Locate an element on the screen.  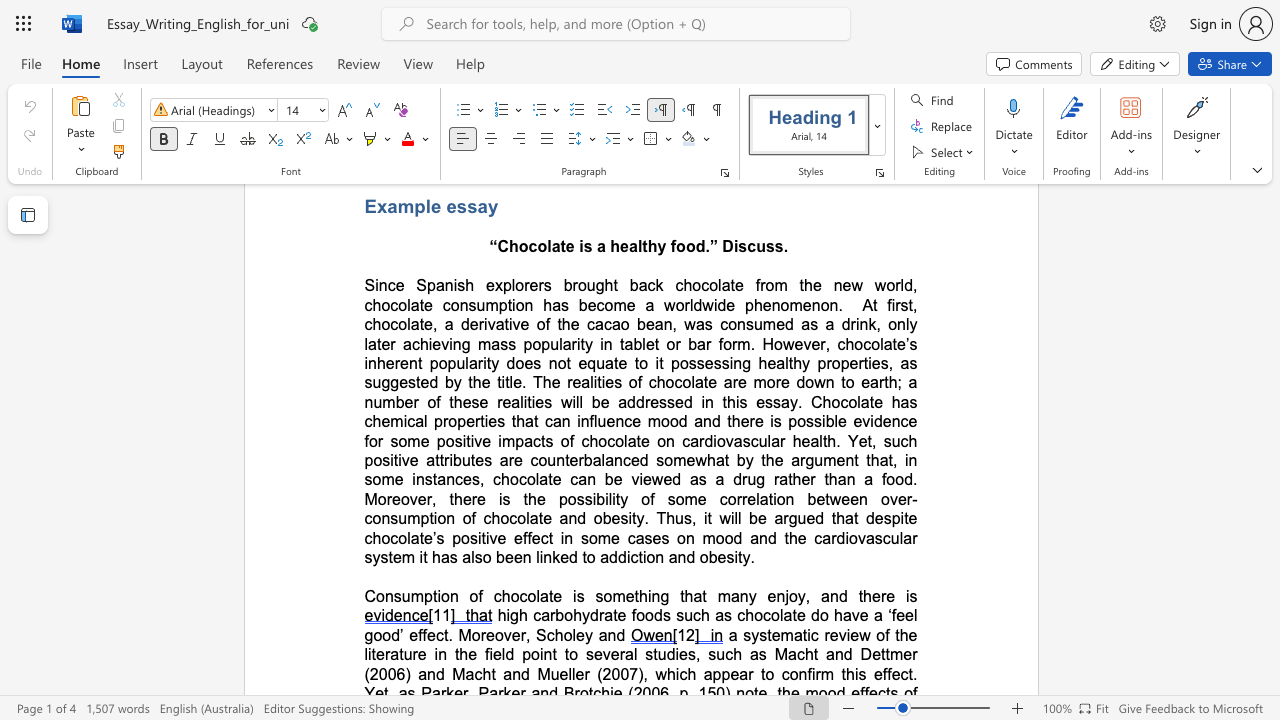
the subset text "rm" within the text "appear to confirm" is located at coordinates (815, 674).